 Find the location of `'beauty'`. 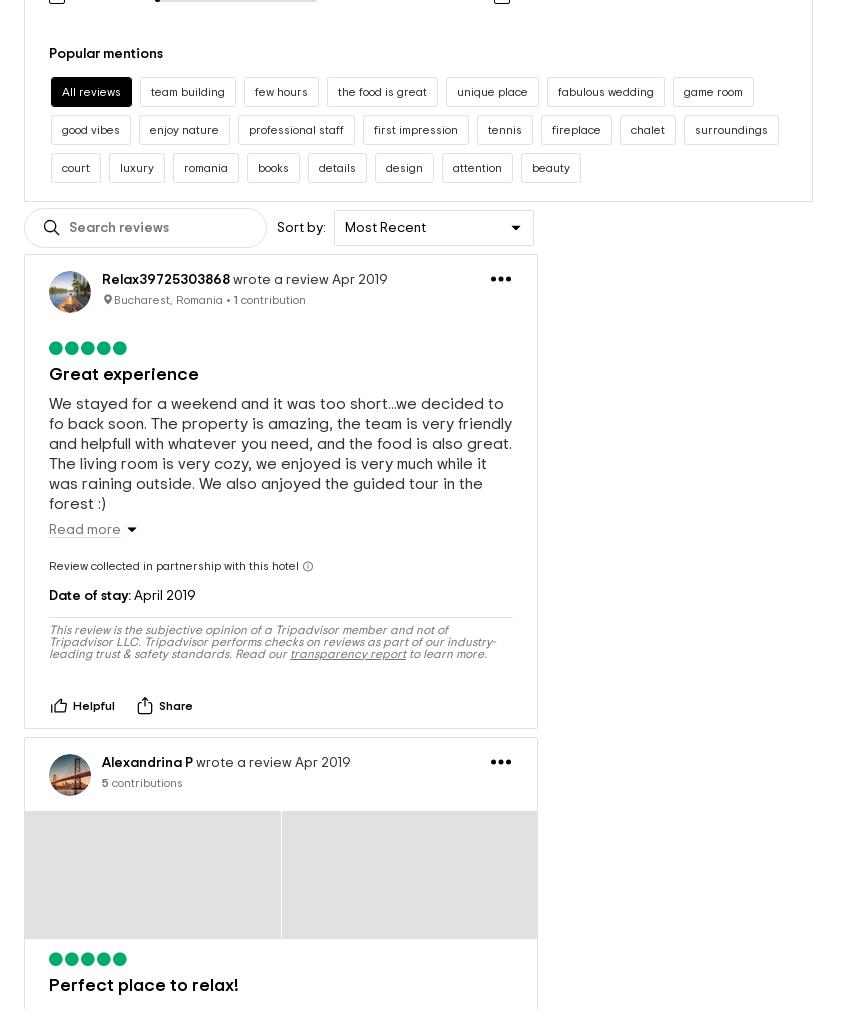

'beauty' is located at coordinates (551, 146).